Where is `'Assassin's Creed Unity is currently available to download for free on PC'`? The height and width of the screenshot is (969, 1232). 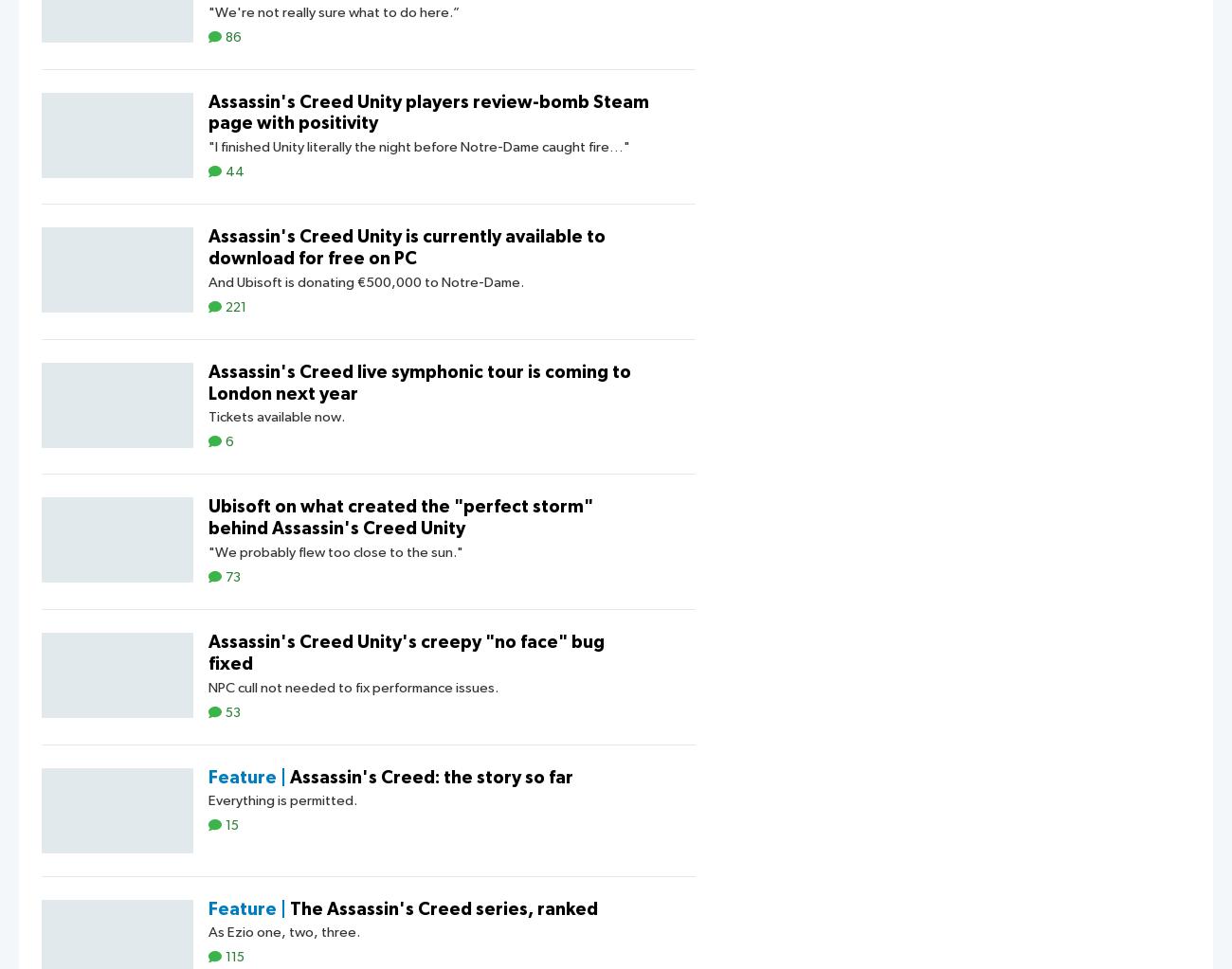 'Assassin's Creed Unity is currently available to download for free on PC' is located at coordinates (407, 247).